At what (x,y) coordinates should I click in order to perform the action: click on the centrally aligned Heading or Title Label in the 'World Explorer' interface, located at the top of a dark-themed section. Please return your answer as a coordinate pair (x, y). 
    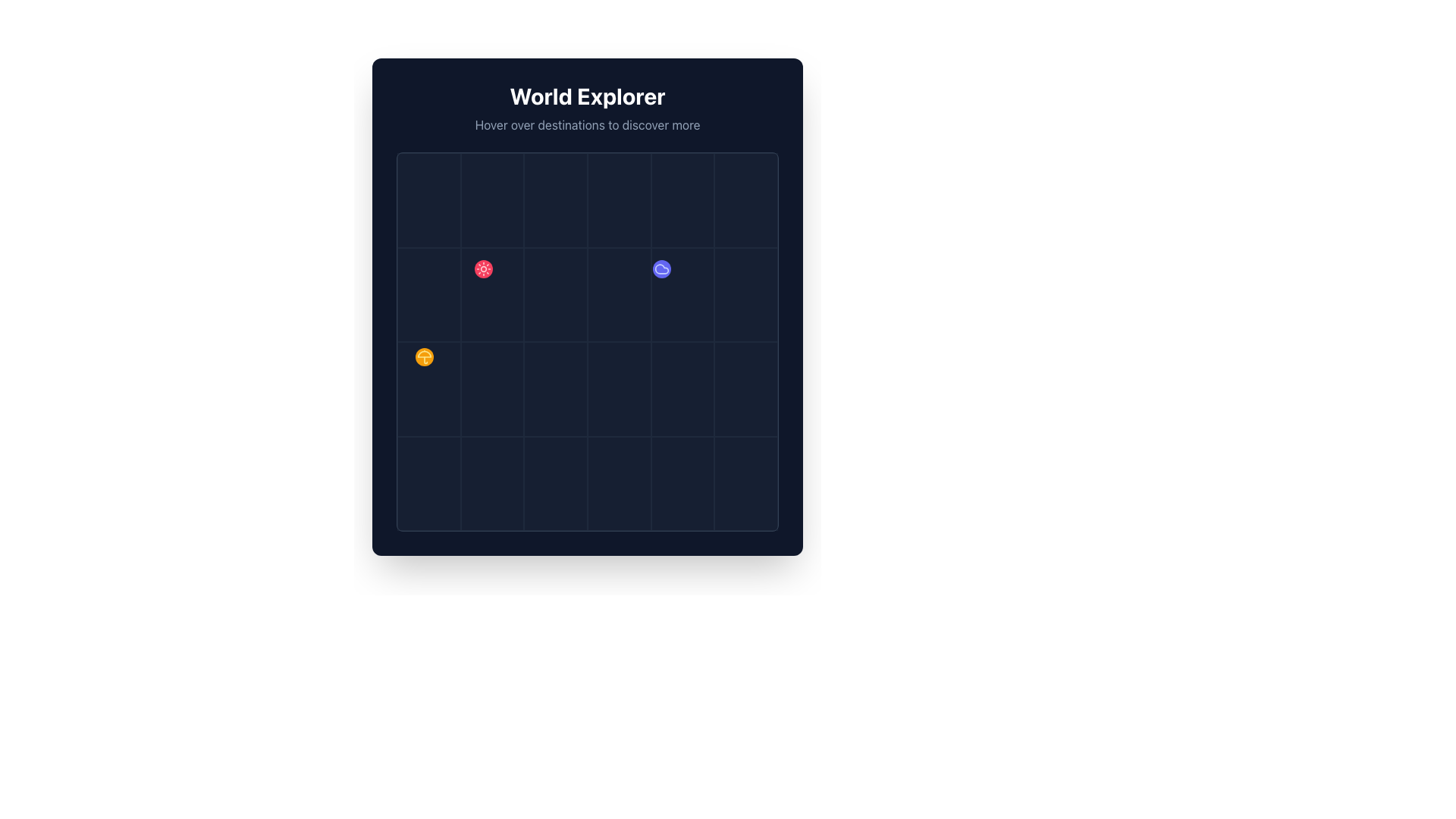
    Looking at the image, I should click on (586, 96).